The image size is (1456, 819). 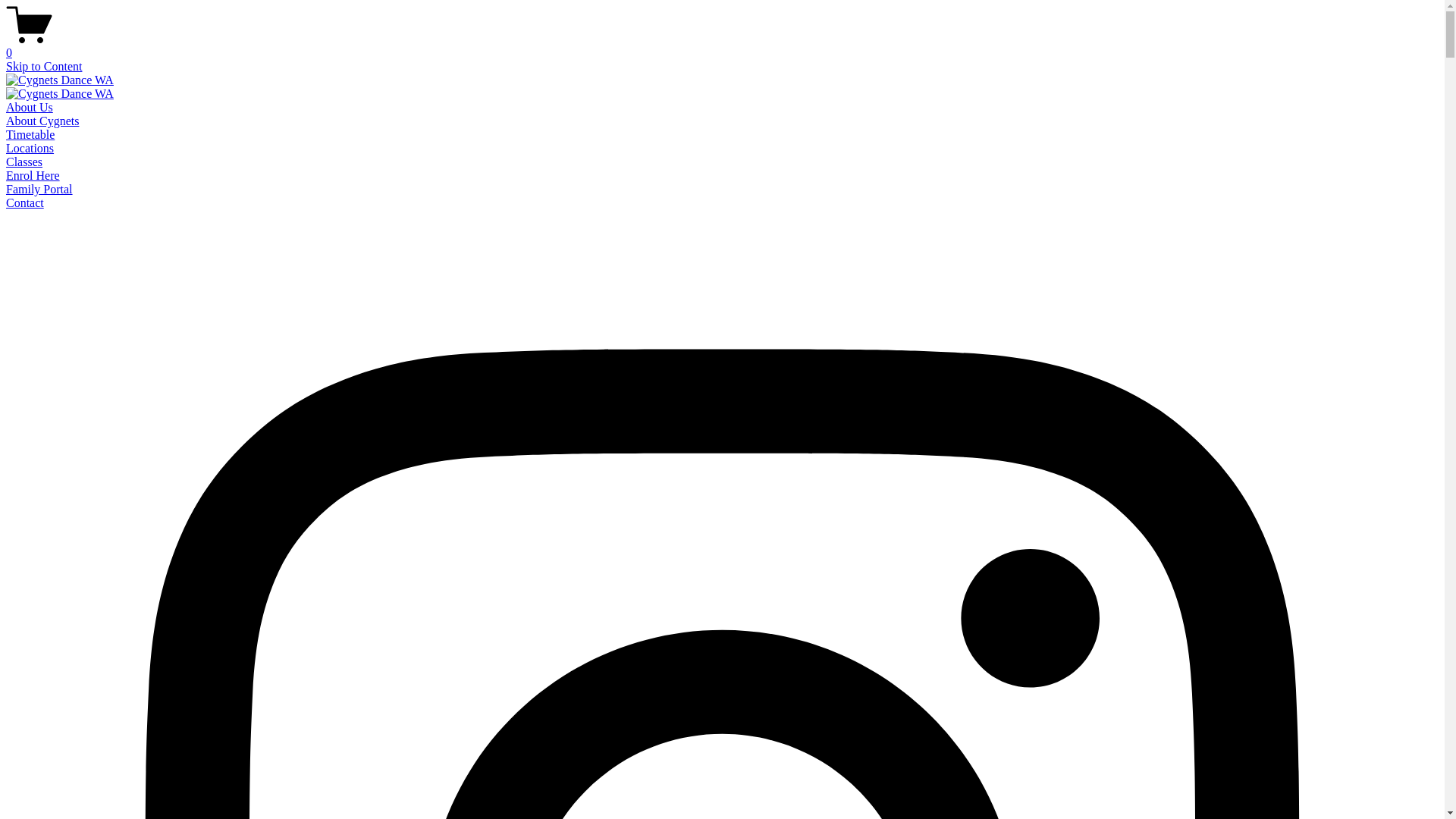 What do you see at coordinates (24, 162) in the screenshot?
I see `'Classes'` at bounding box center [24, 162].